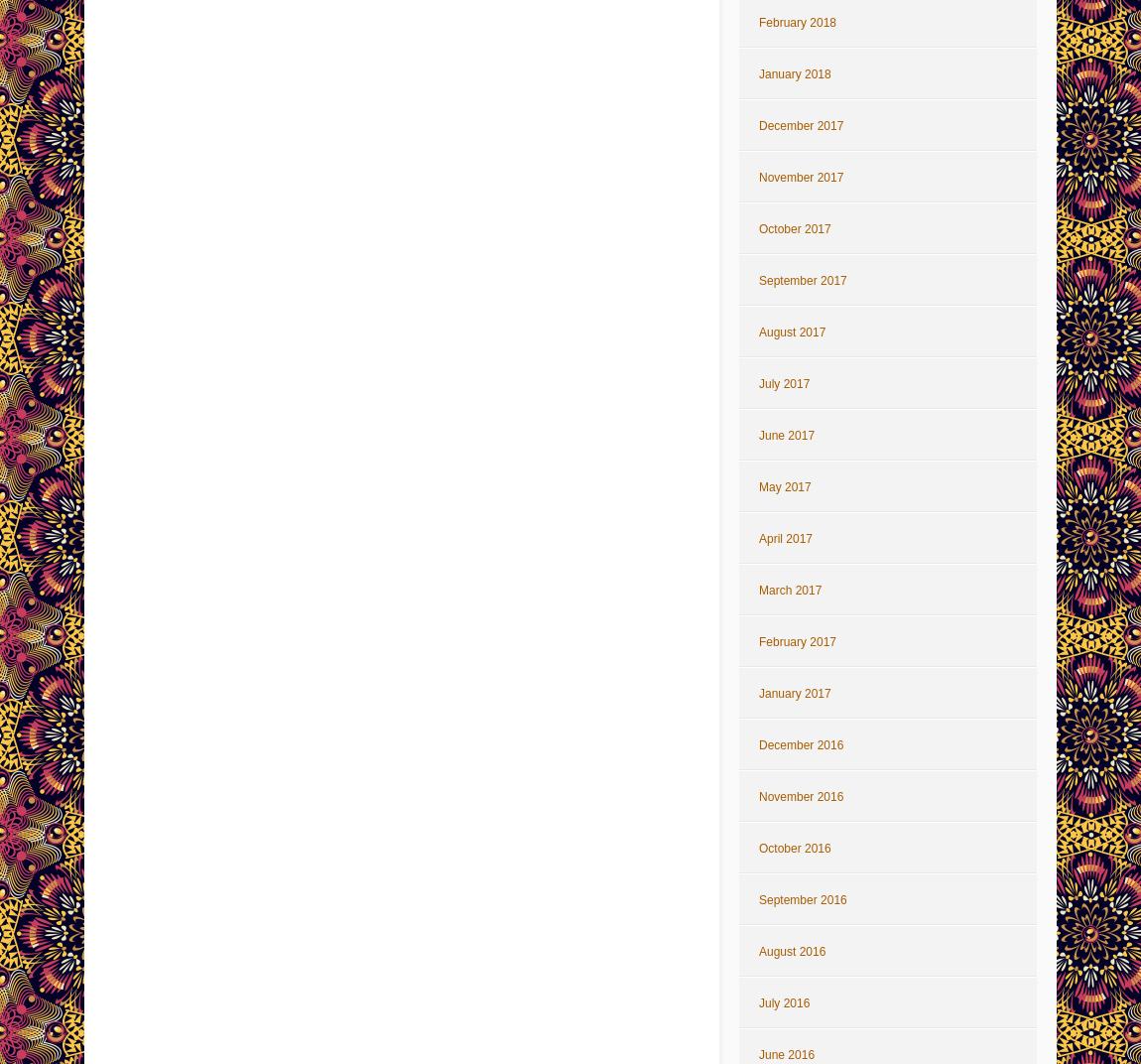  What do you see at coordinates (802, 900) in the screenshot?
I see `'September 2016'` at bounding box center [802, 900].